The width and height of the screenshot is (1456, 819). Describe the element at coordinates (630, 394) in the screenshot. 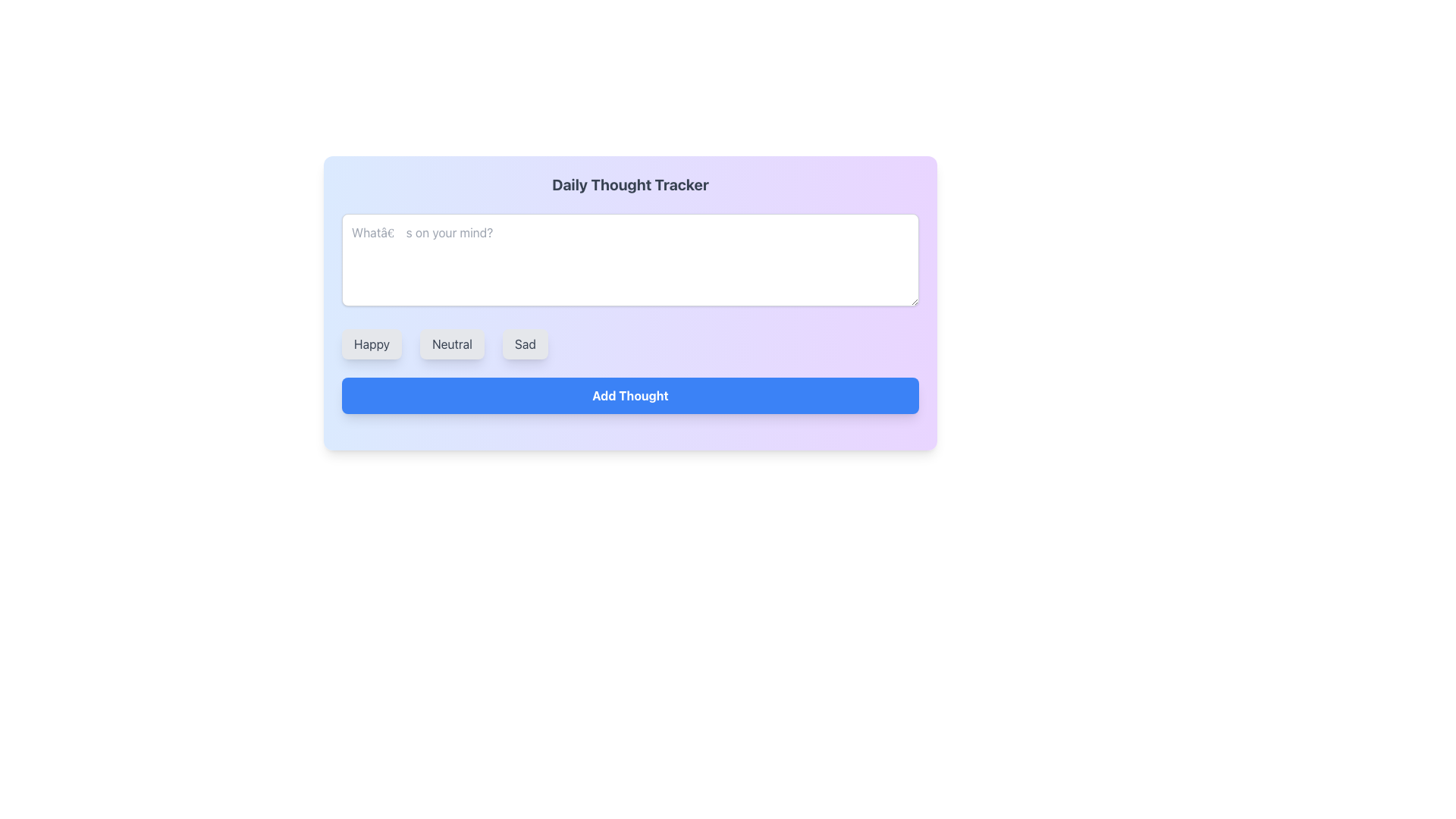

I see `the 'Add Thought' button located at the bottom of the 'Daily Thought Tracker' section` at that location.